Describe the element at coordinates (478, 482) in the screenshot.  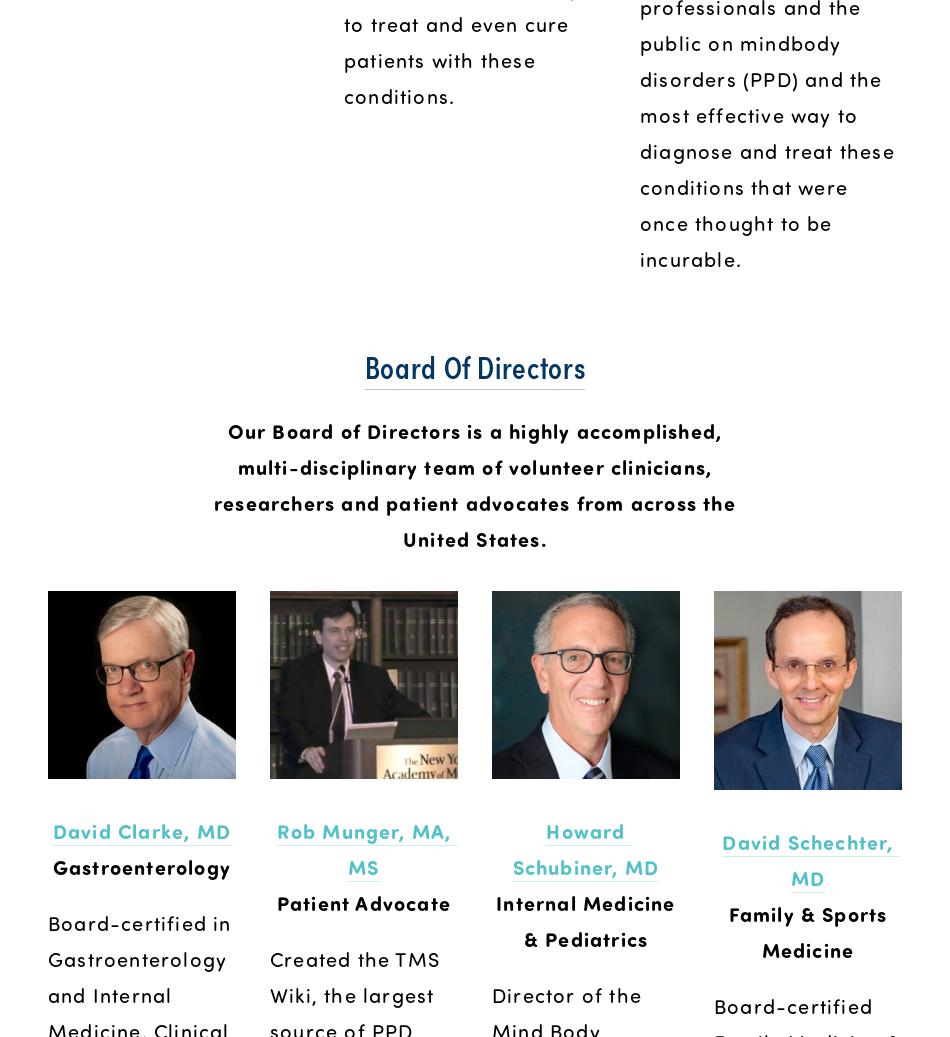
I see `'Our Board of Directors is a highly accomplished, multi-disciplinary team of volunteer clinicians, researchers and patient advocates from across the United States.'` at that location.